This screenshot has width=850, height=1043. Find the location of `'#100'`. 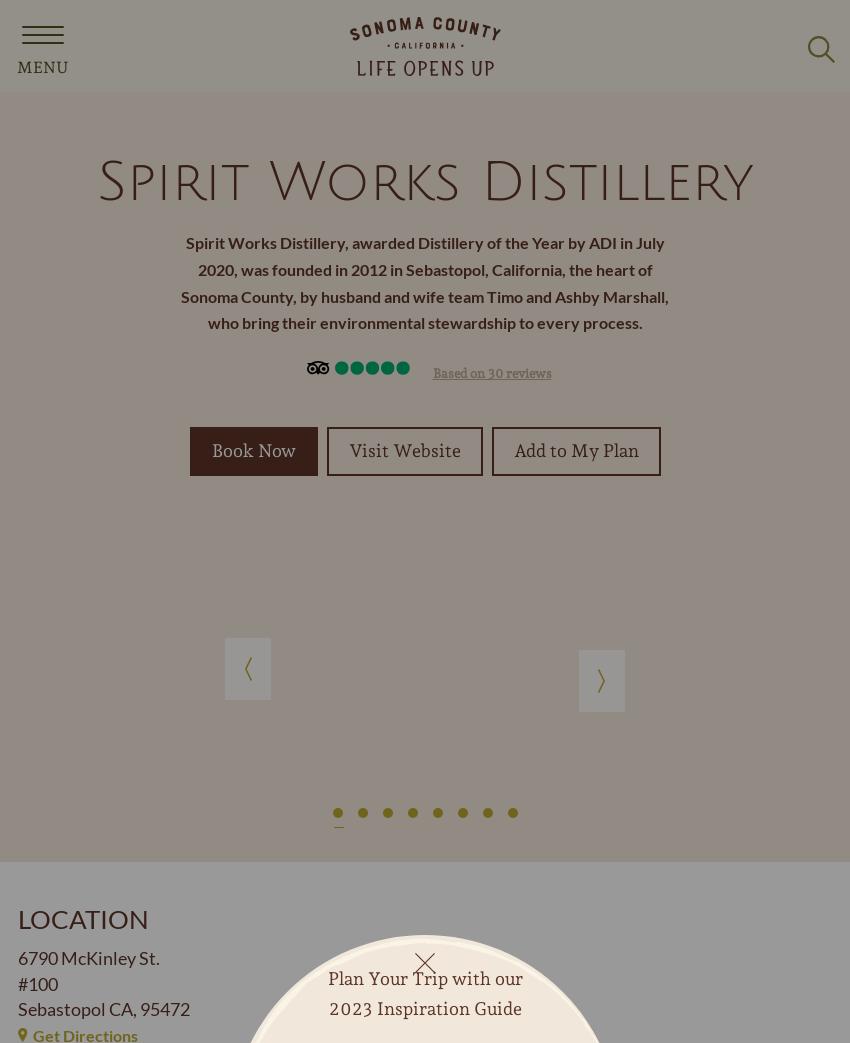

'#100' is located at coordinates (17, 983).